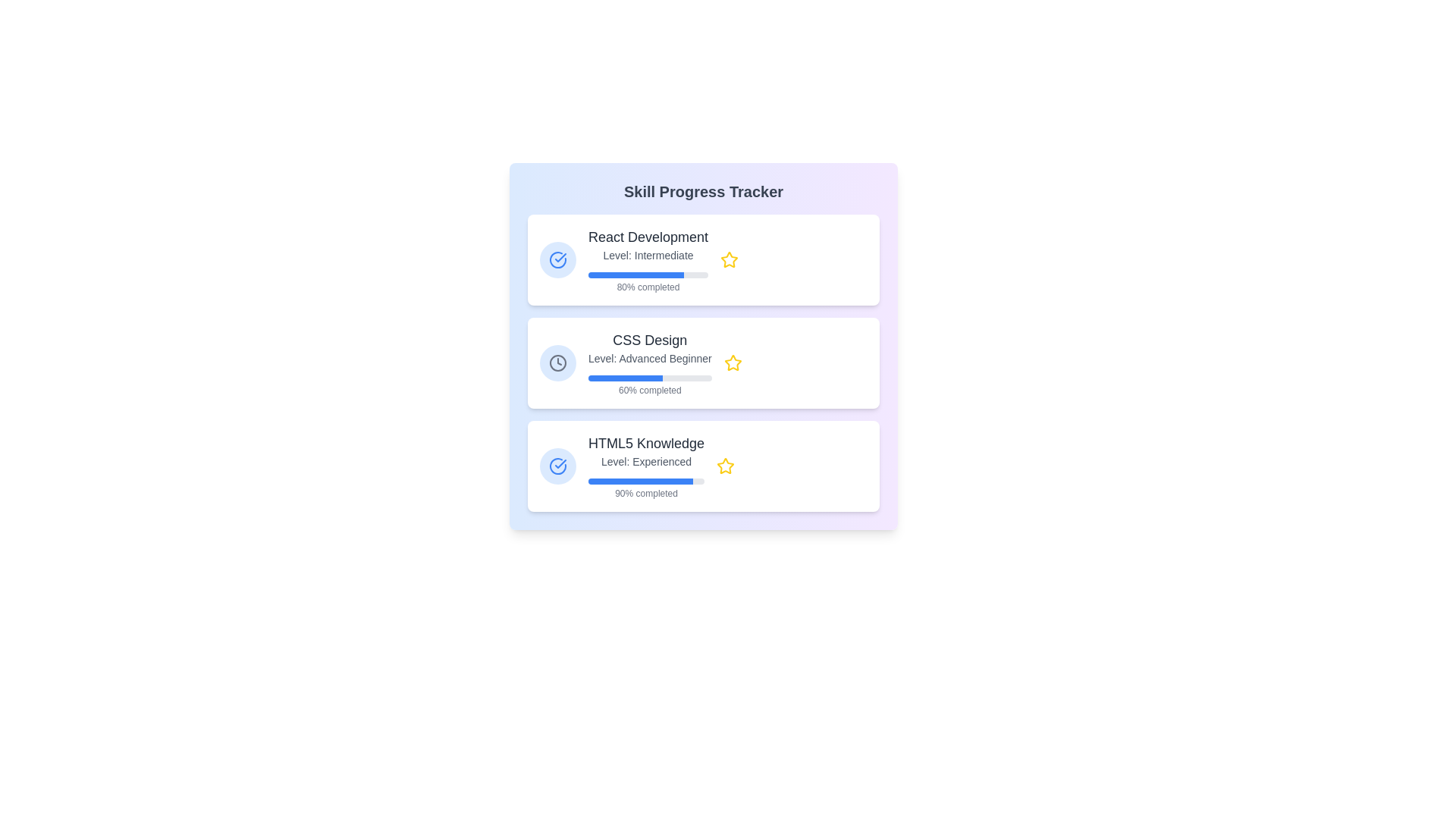 The height and width of the screenshot is (819, 1456). What do you see at coordinates (646, 482) in the screenshot?
I see `the visual representation of the progress bar indicating 'HTML5 Knowledge: Level: Experienced', which shows a blue fill against a gray background and is located above the '90% completed' text` at bounding box center [646, 482].